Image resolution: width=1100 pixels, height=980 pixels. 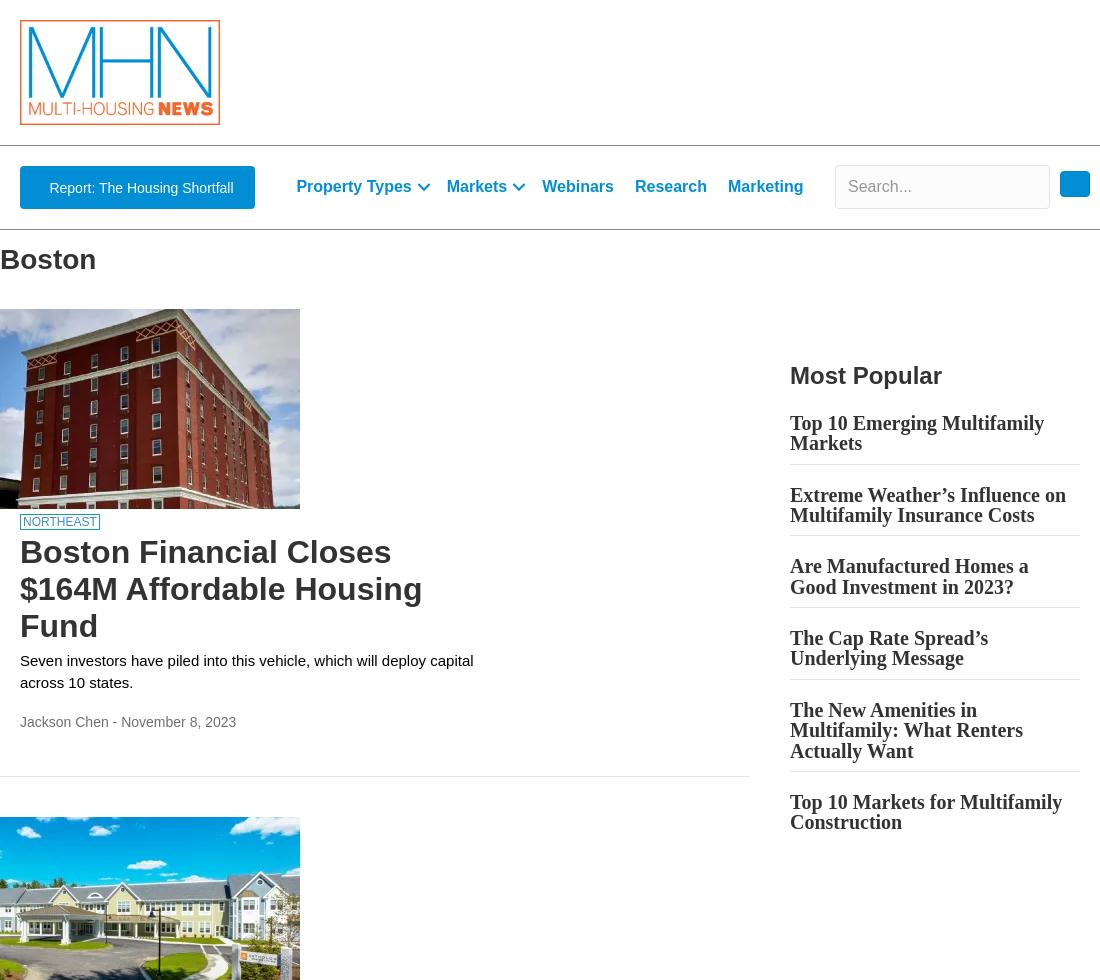 I want to click on 'Top 10 Emerging Multifamily Markets', so click(x=916, y=432).